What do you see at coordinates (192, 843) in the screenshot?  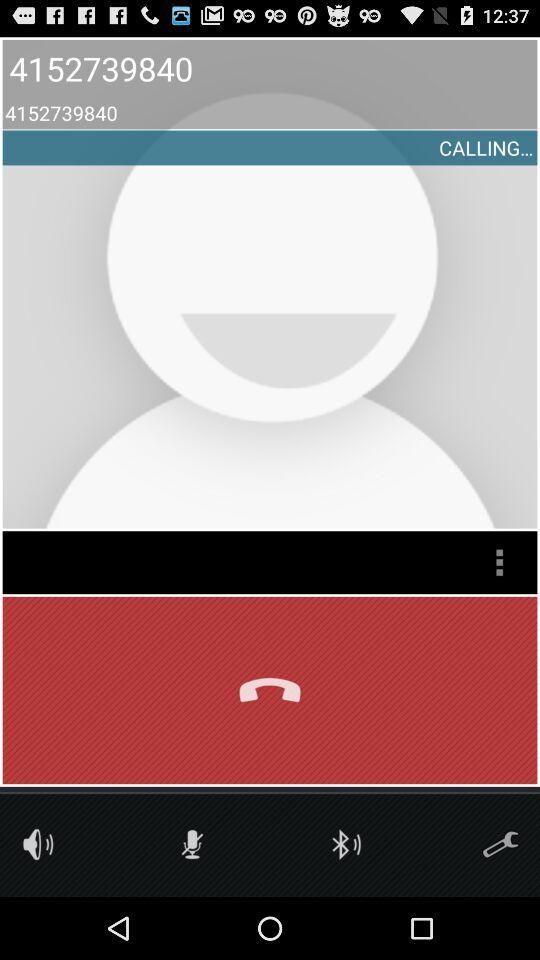 I see `mic off` at bounding box center [192, 843].